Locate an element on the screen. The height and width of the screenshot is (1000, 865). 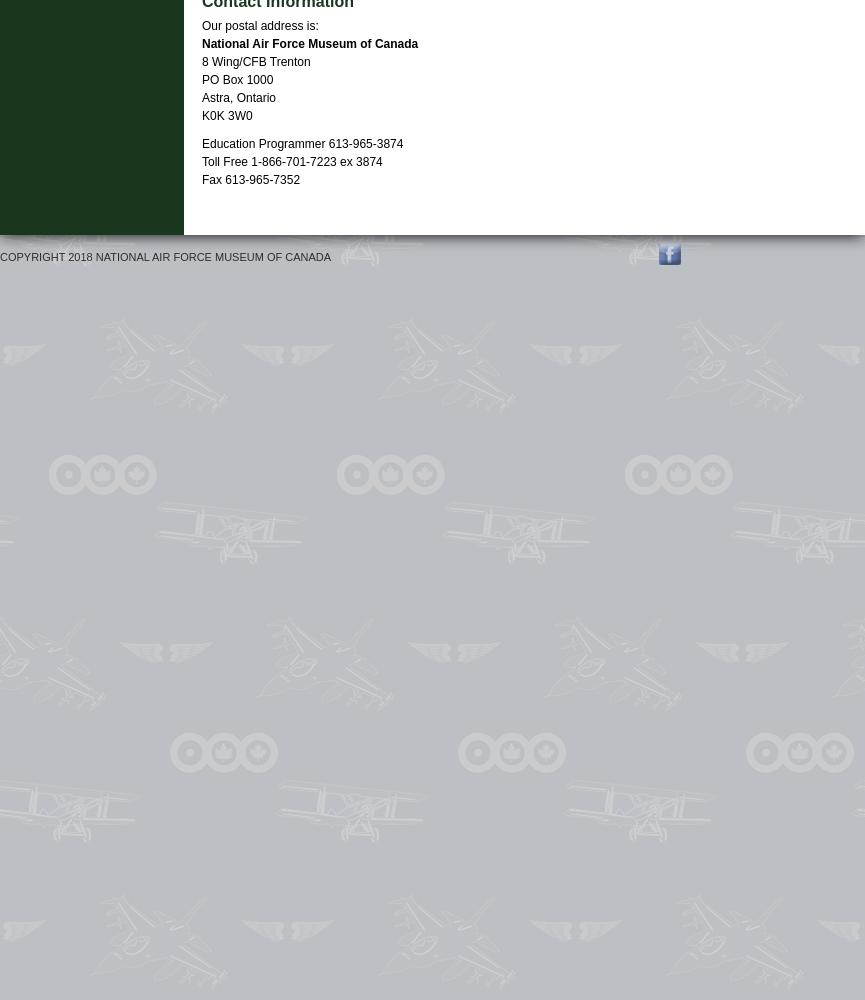
'8 Wing/CFB Trenton' is located at coordinates (200, 62).